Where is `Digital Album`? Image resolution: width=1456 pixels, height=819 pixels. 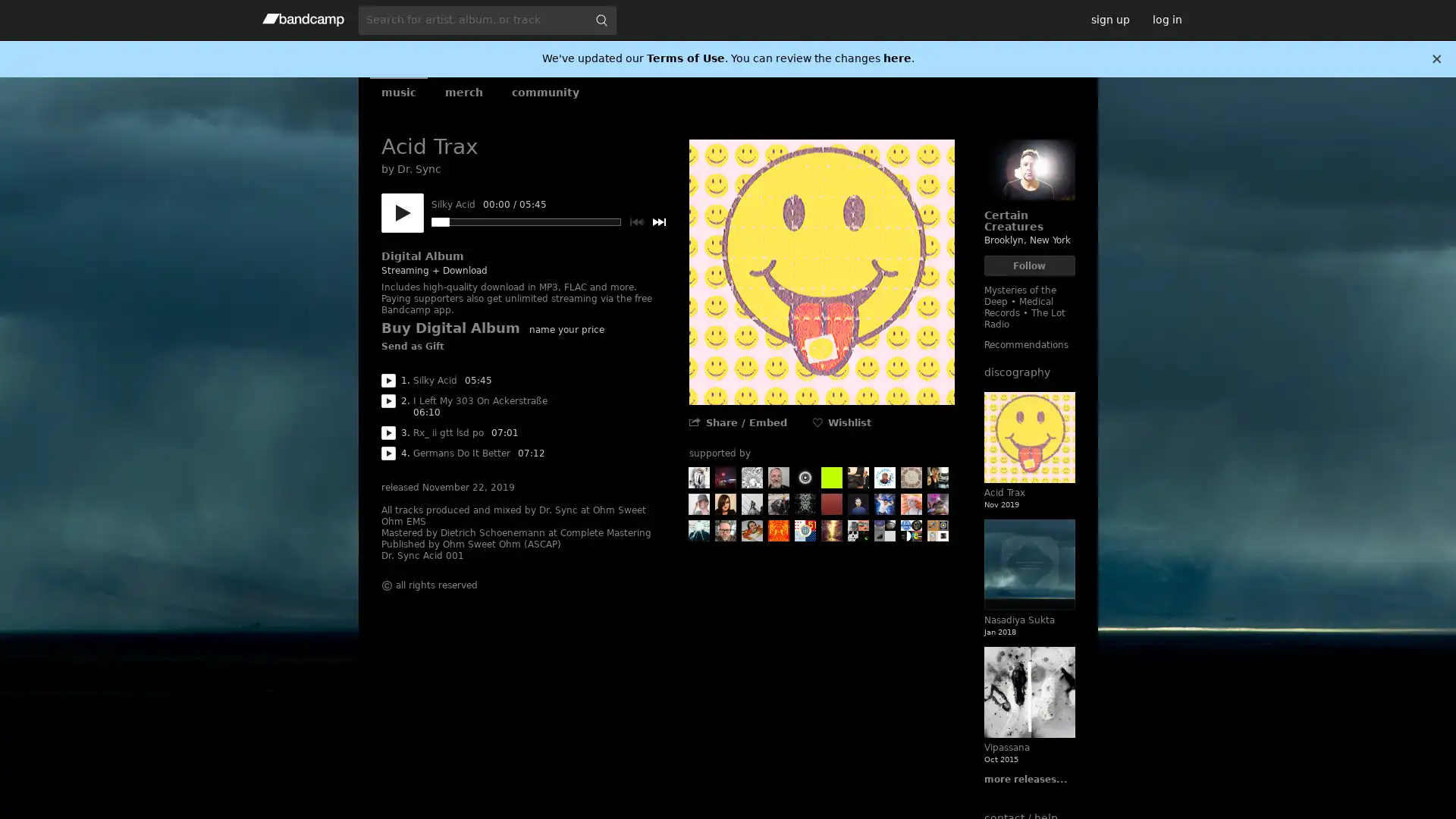
Digital Album is located at coordinates (422, 256).